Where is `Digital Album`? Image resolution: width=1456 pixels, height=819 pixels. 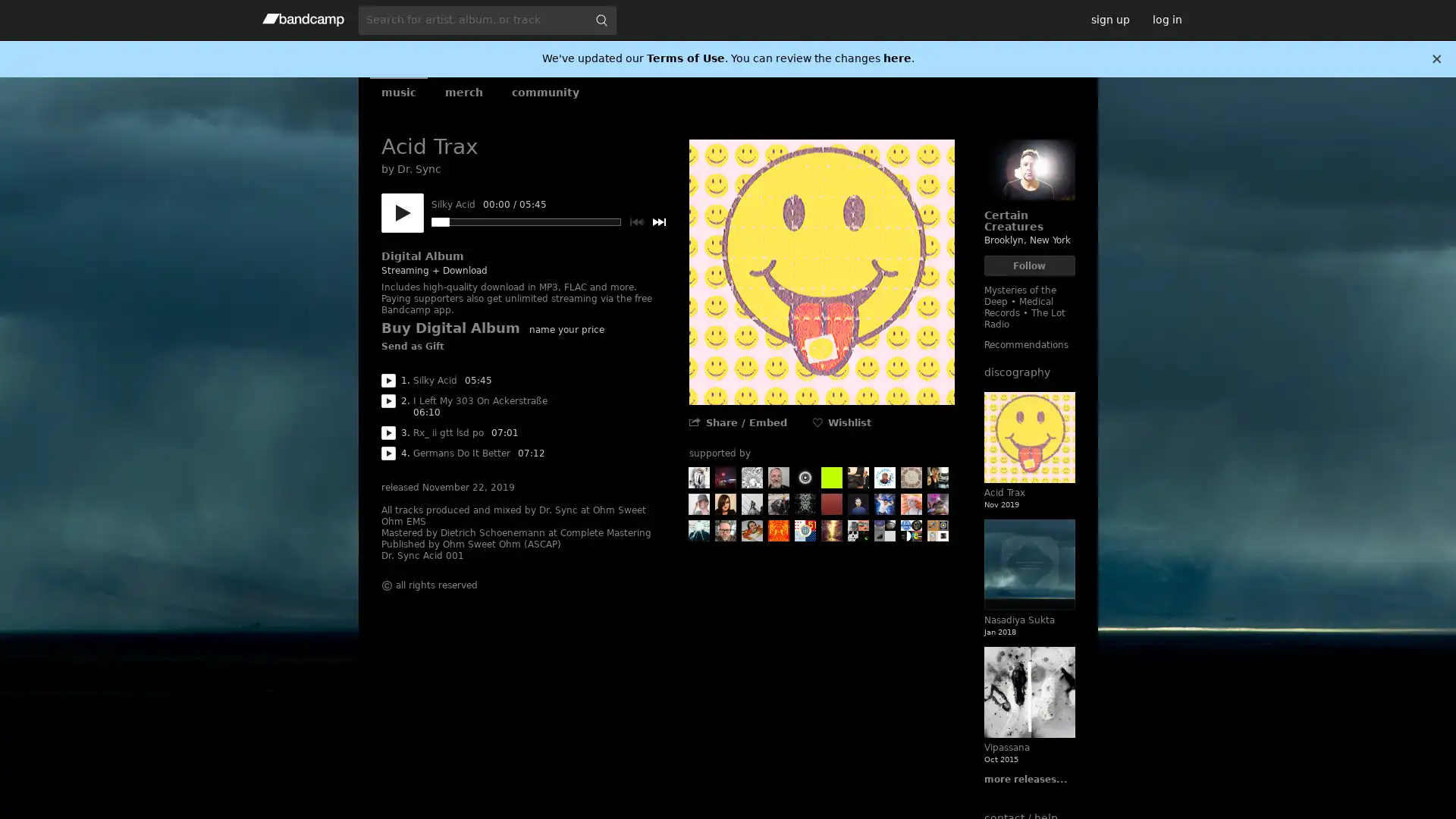
Digital Album is located at coordinates (422, 256).